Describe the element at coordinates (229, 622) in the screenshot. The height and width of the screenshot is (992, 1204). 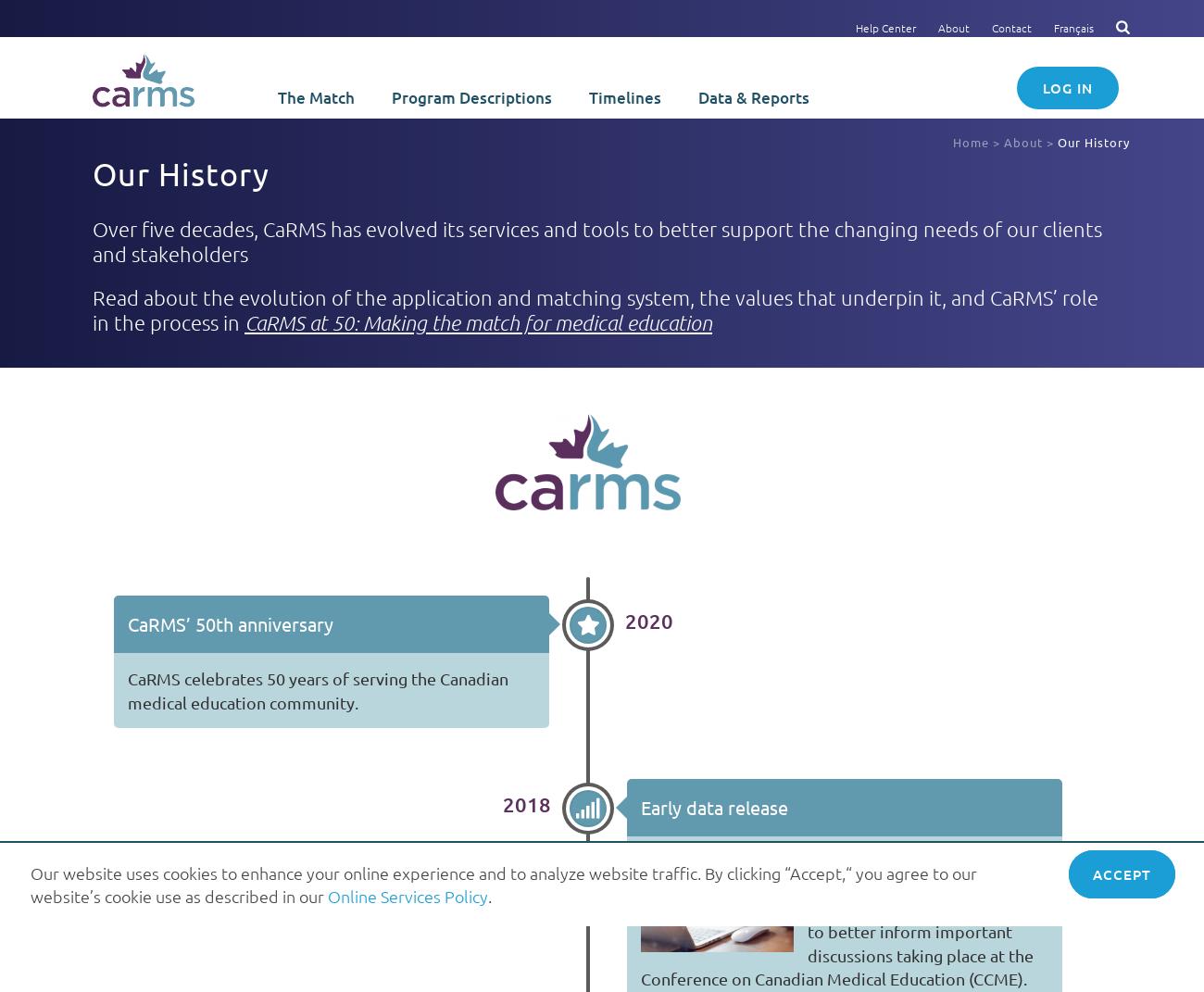
I see `'CaRMS’ 50th anniversary'` at that location.